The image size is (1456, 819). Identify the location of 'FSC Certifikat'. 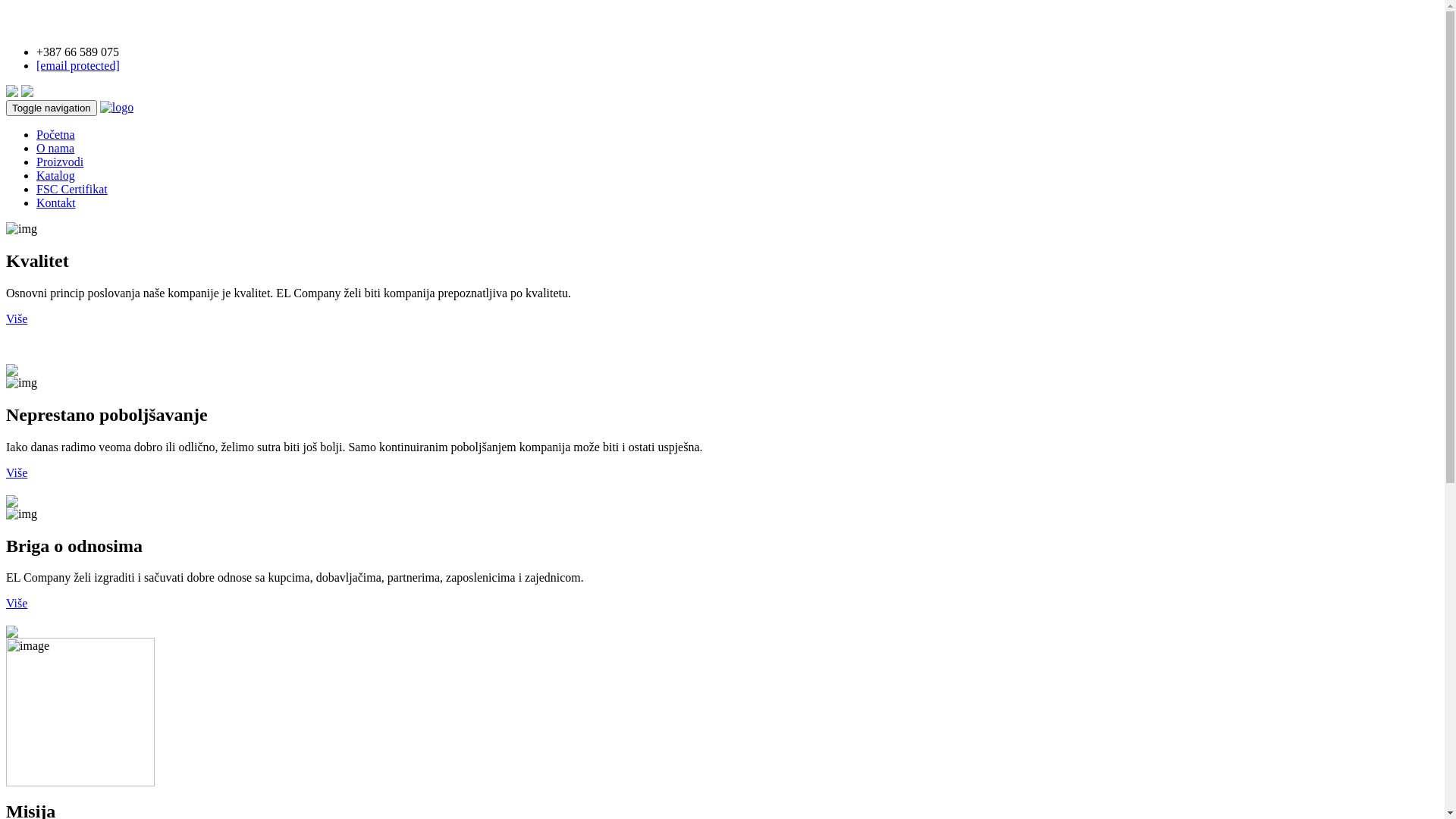
(71, 188).